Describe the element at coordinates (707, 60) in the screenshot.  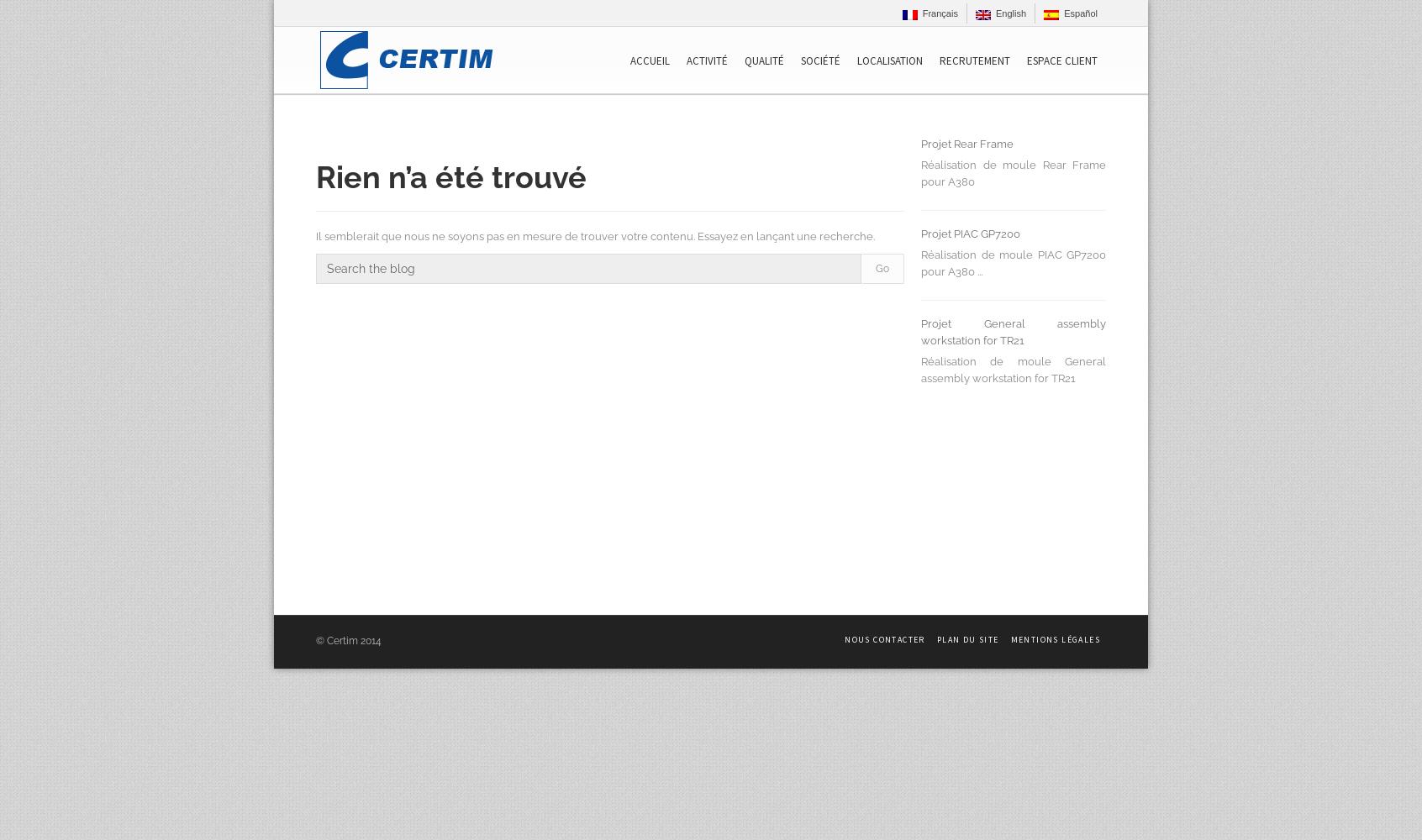
I see `'Activité'` at that location.